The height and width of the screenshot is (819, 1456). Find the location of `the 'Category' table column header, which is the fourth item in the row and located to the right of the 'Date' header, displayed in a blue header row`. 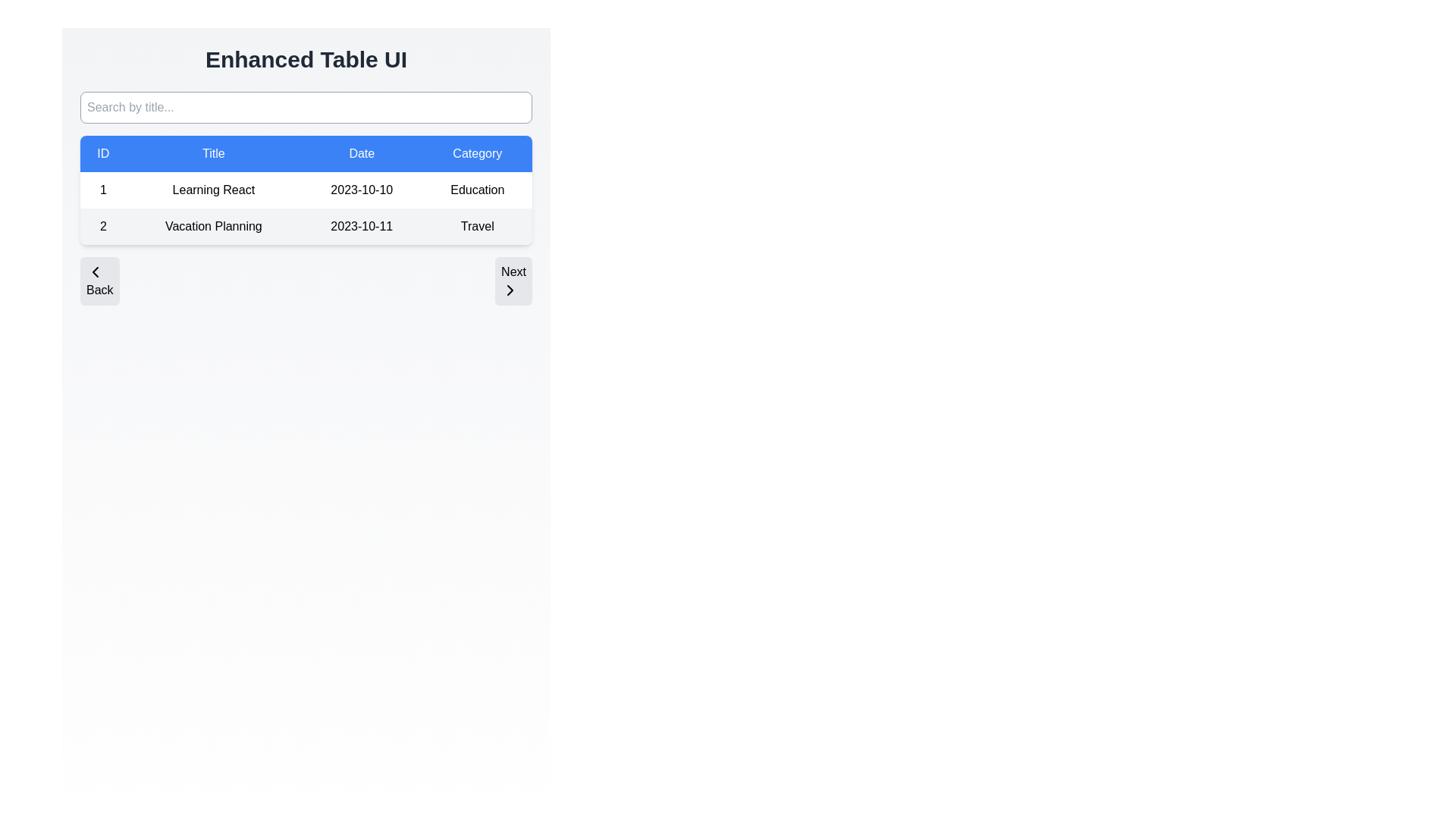

the 'Category' table column header, which is the fourth item in the row and located to the right of the 'Date' header, displayed in a blue header row is located at coordinates (476, 154).